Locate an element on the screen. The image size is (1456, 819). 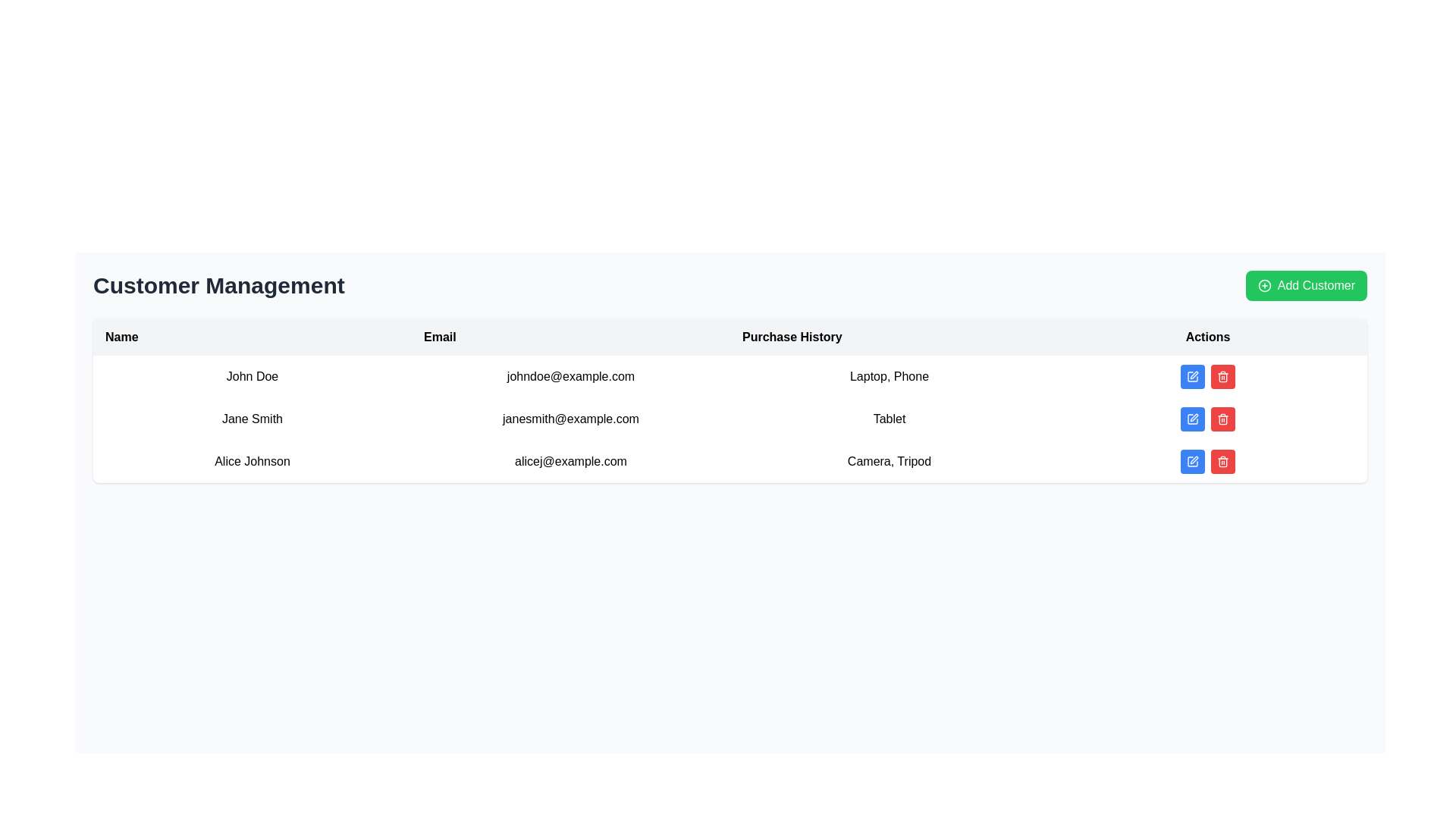
the trash icon located in the 'Actions' column of the table, which is associated with the user 'Alice Johnson', to initiate a delete action is located at coordinates (1222, 461).